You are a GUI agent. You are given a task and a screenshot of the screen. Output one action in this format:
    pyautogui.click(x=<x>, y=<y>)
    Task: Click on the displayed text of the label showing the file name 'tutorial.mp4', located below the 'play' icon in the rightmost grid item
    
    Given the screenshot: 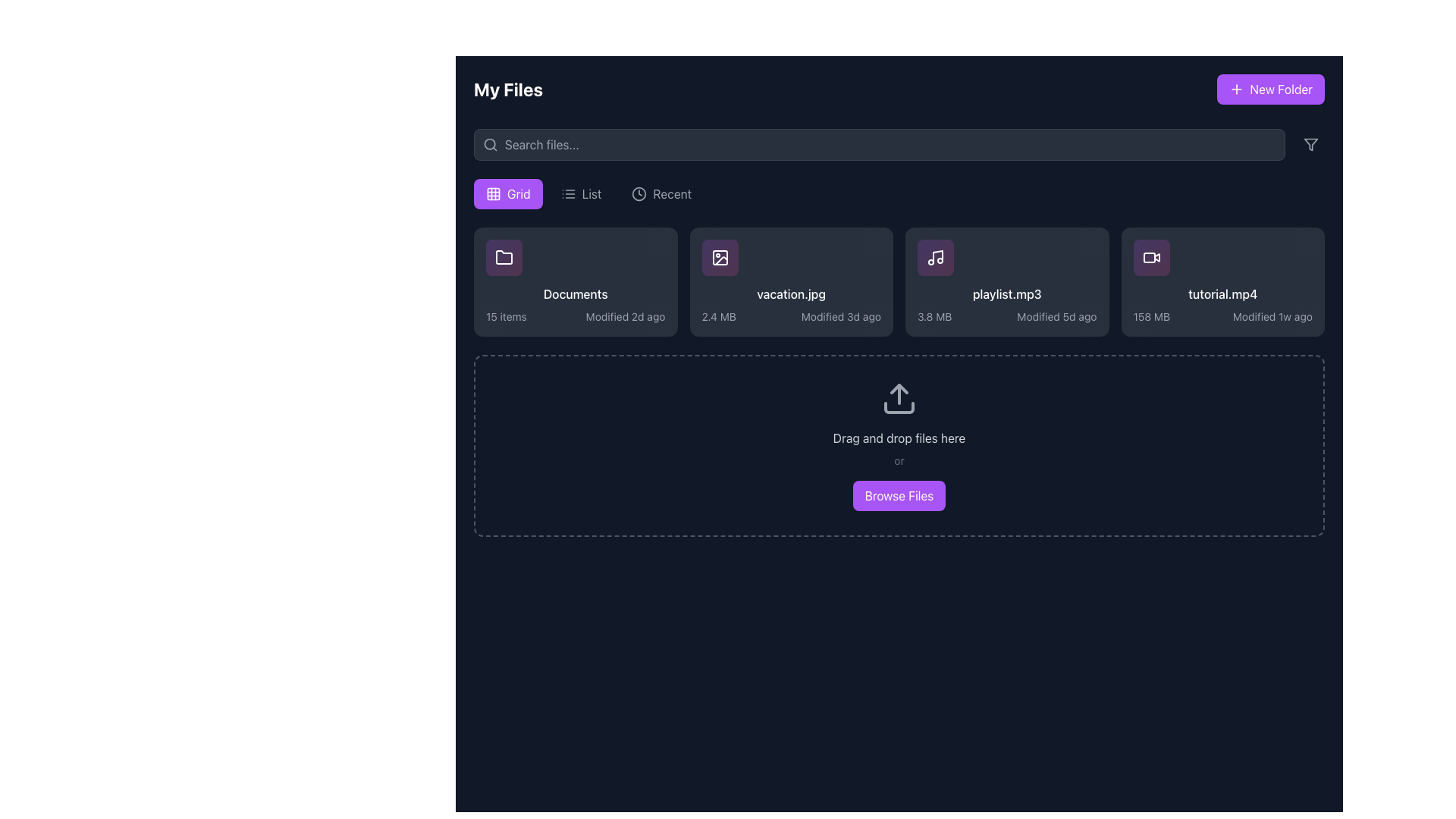 What is the action you would take?
    pyautogui.click(x=1222, y=294)
    